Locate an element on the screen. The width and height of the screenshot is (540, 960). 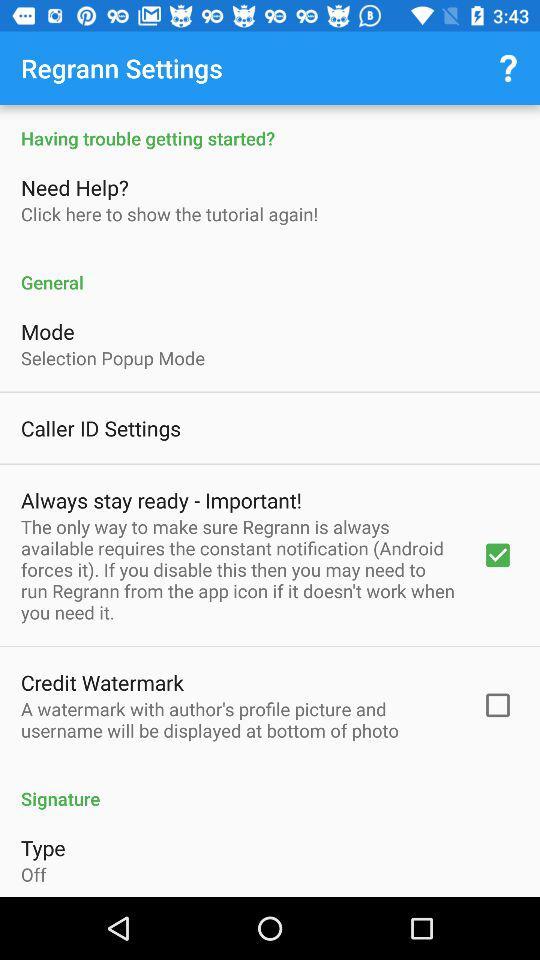
icon next to the regrann settings app is located at coordinates (508, 68).